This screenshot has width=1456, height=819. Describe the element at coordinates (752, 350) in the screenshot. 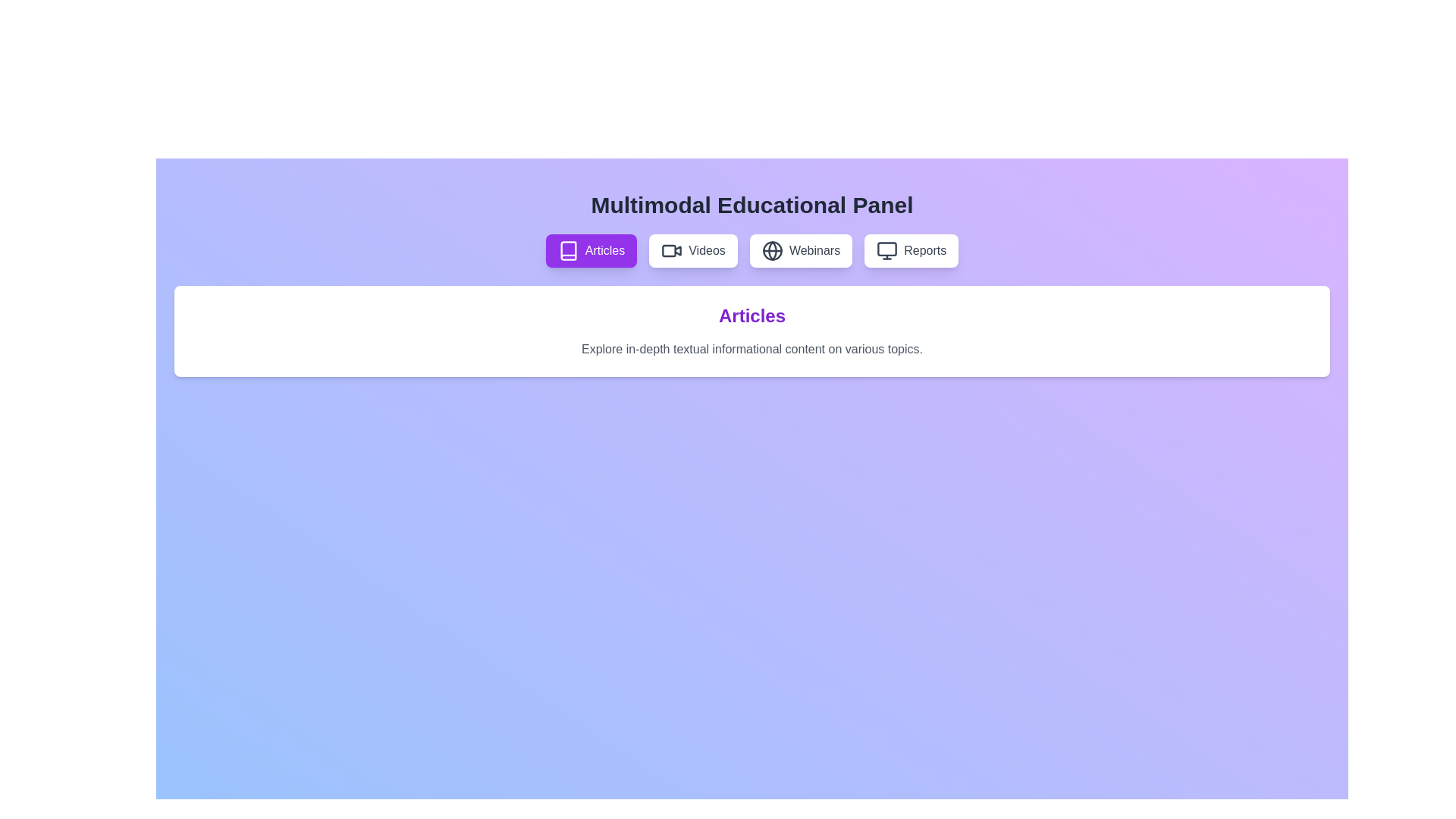

I see `the text block that reads 'Explore in-depth textual informational content on various topics.' which is styled with a smaller, subtle font size and gray color, located centrally below the heading 'Articles'` at that location.